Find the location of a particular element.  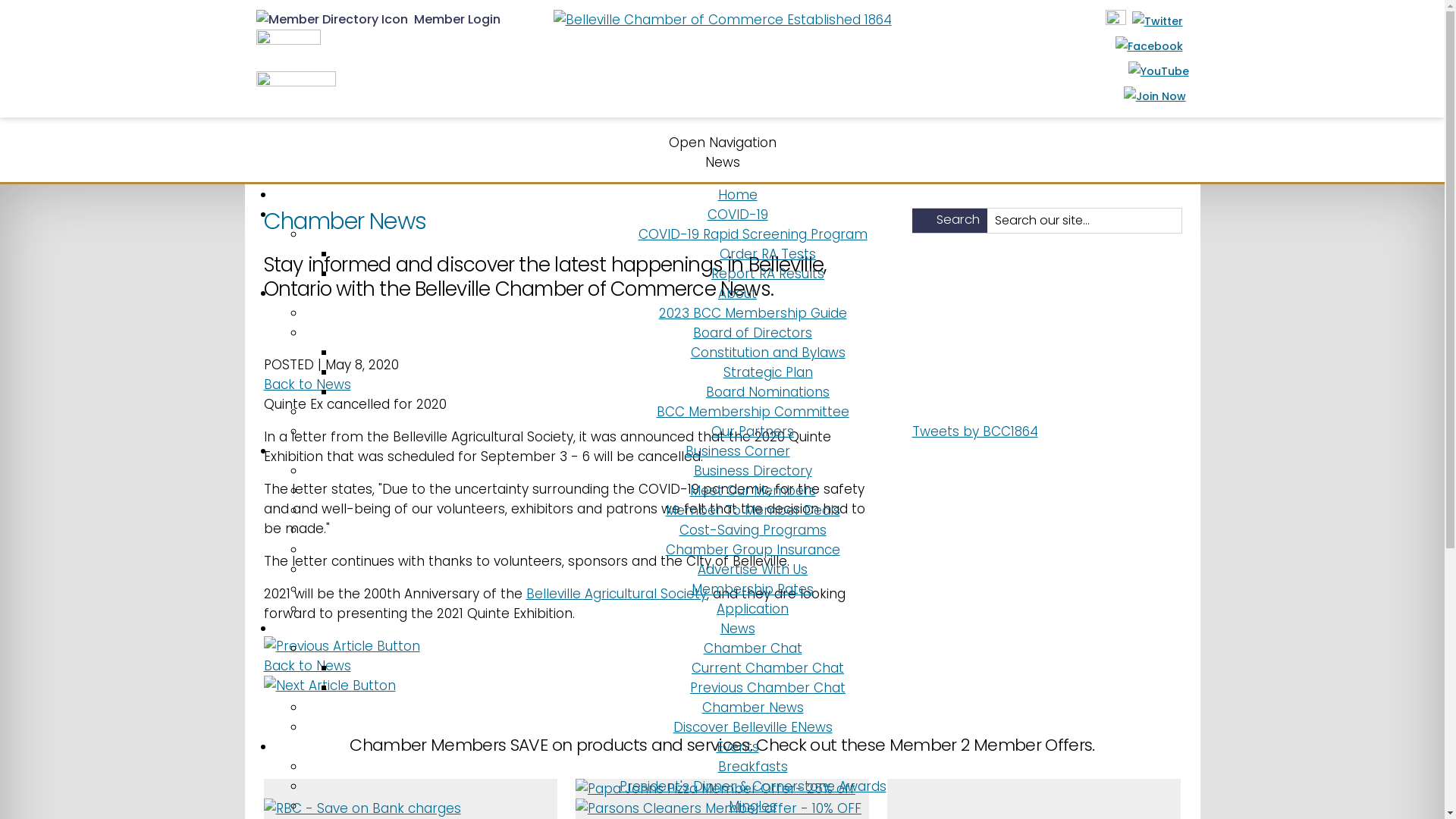

'RBC - Save on Bank charges' is located at coordinates (362, 807).